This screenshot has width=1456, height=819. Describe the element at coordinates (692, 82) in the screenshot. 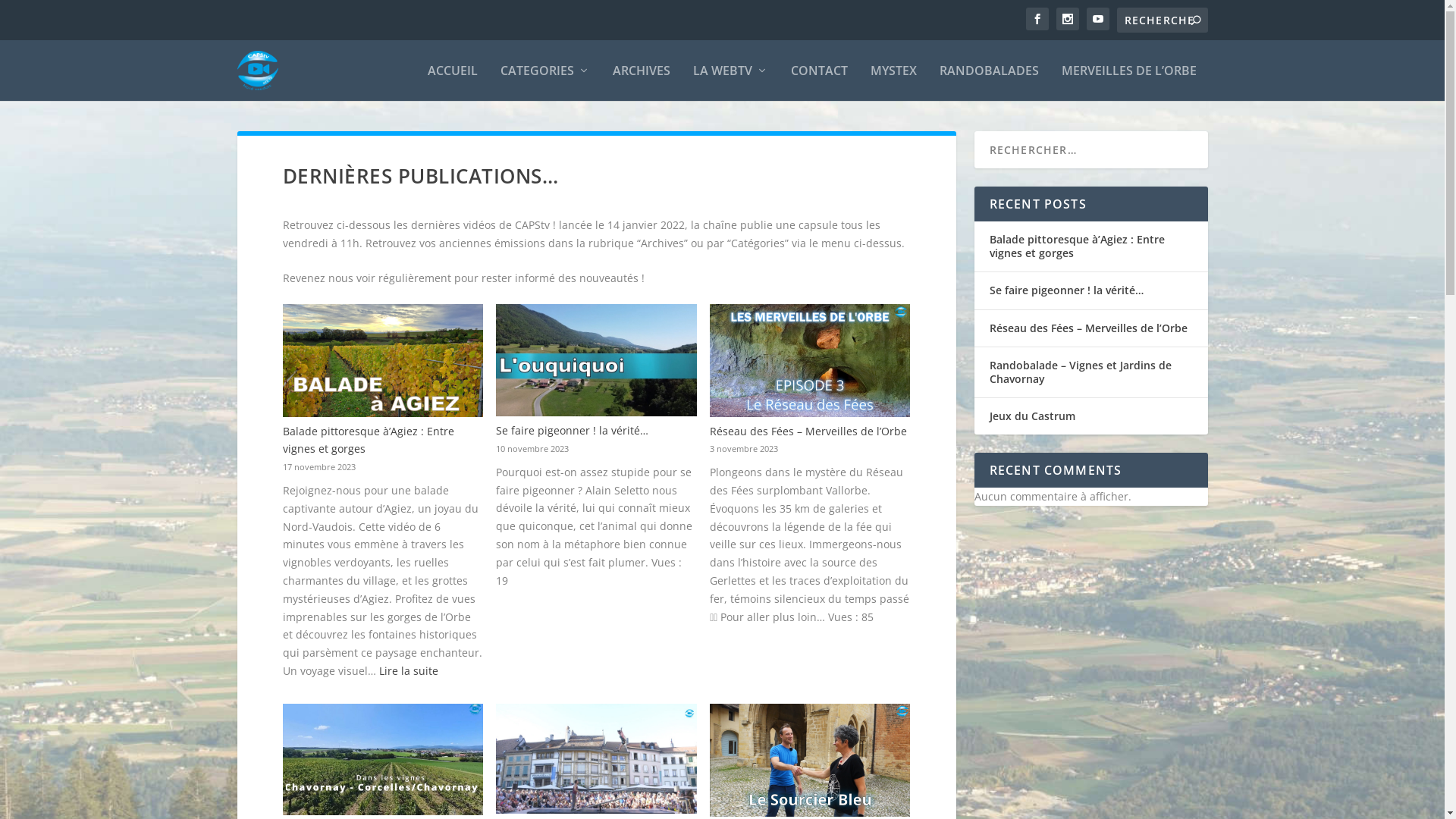

I see `'LA WEBTV'` at that location.